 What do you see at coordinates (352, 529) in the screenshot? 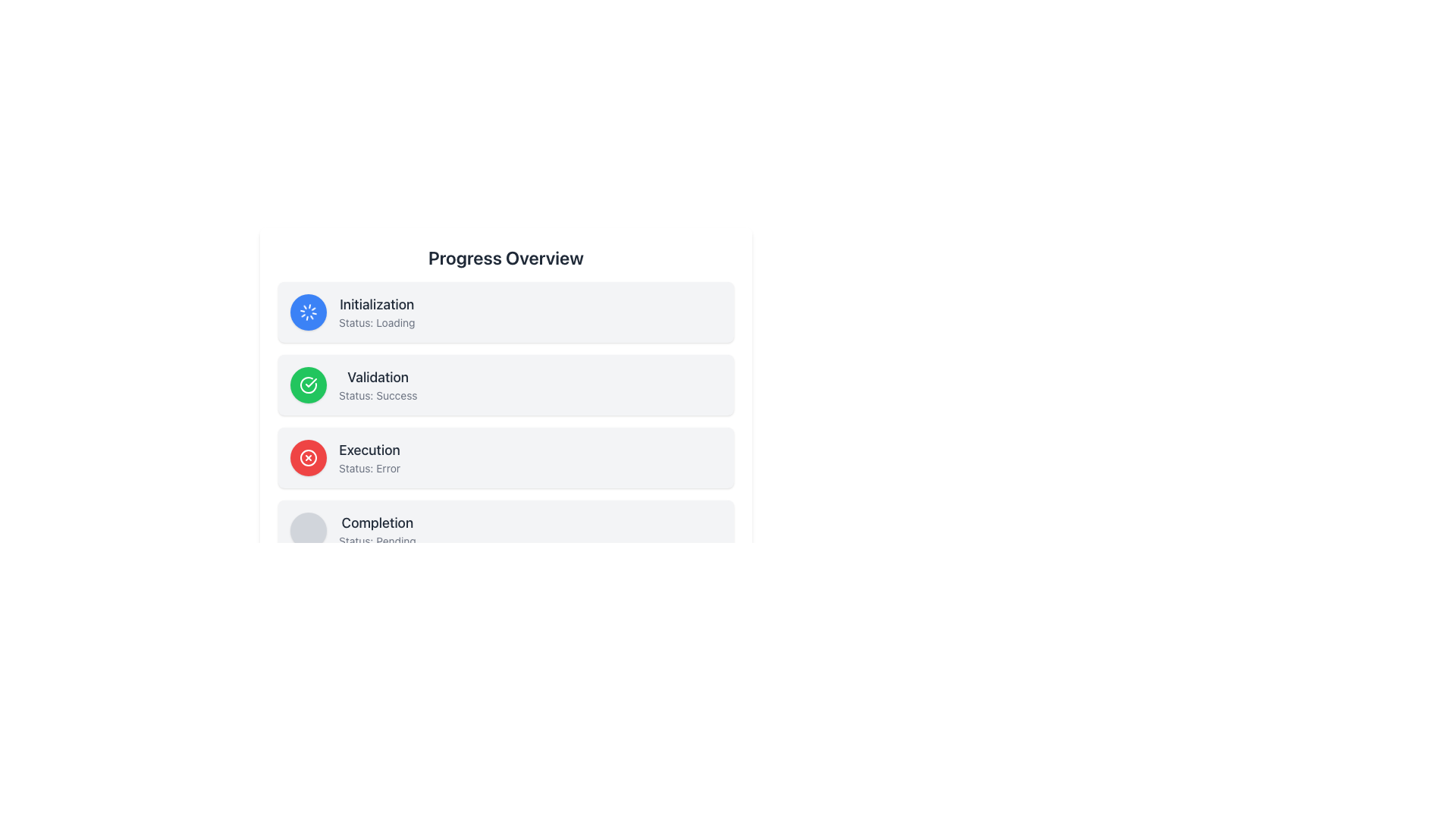
I see `the fourth List Item under the 'Progress Overview' heading, which contains a circular icon and the text 'Completion' and 'Status: Pending'` at bounding box center [352, 529].